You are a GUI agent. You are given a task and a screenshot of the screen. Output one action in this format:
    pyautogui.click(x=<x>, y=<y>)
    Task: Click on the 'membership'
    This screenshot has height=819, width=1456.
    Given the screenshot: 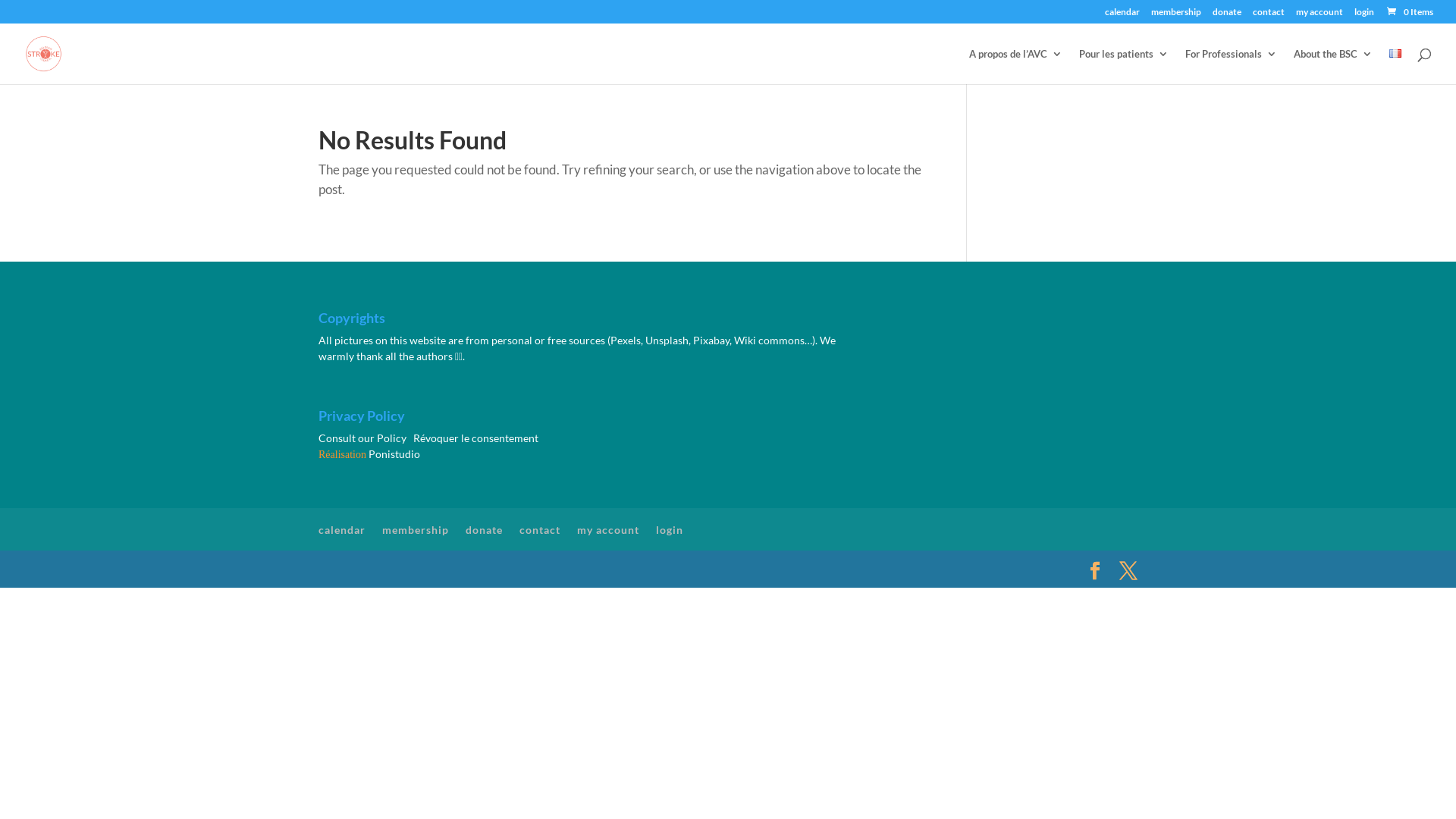 What is the action you would take?
    pyautogui.click(x=415, y=529)
    